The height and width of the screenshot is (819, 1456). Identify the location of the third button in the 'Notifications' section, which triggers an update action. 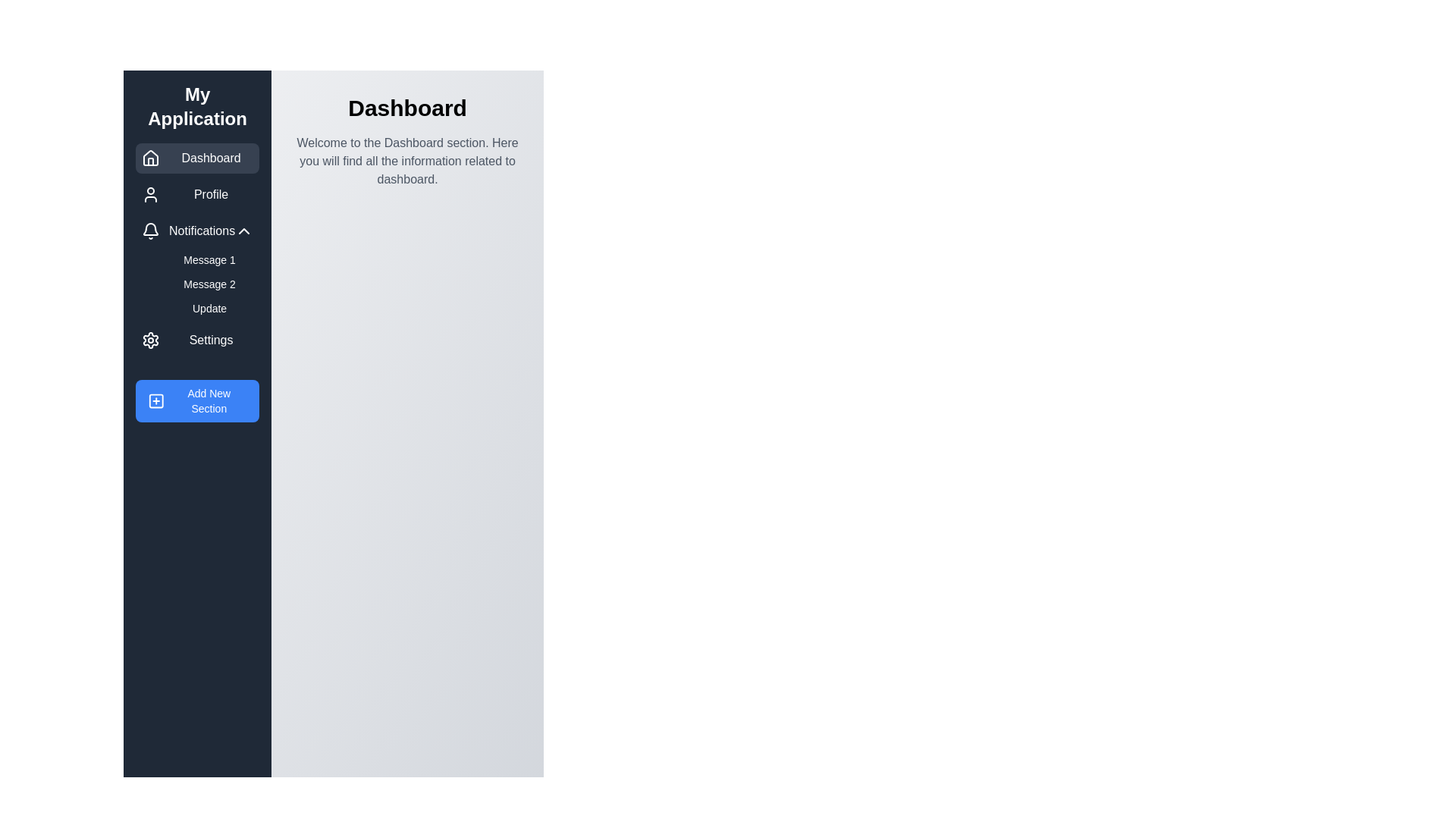
(209, 308).